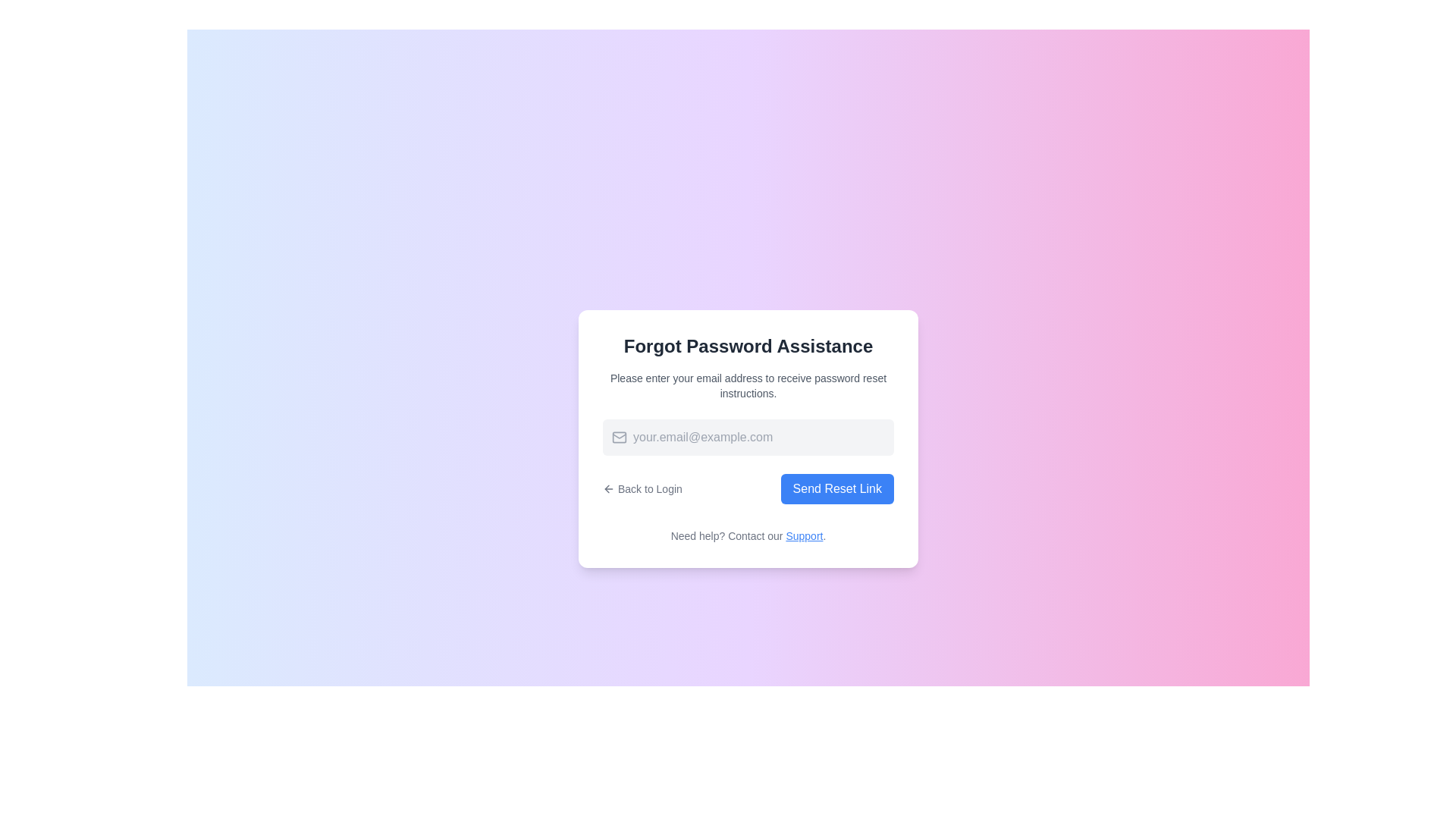  Describe the element at coordinates (748, 535) in the screenshot. I see `the blue underlined word 'Support' in the text phrase at the bottom of the 'Forgot Password Assistance' card` at that location.